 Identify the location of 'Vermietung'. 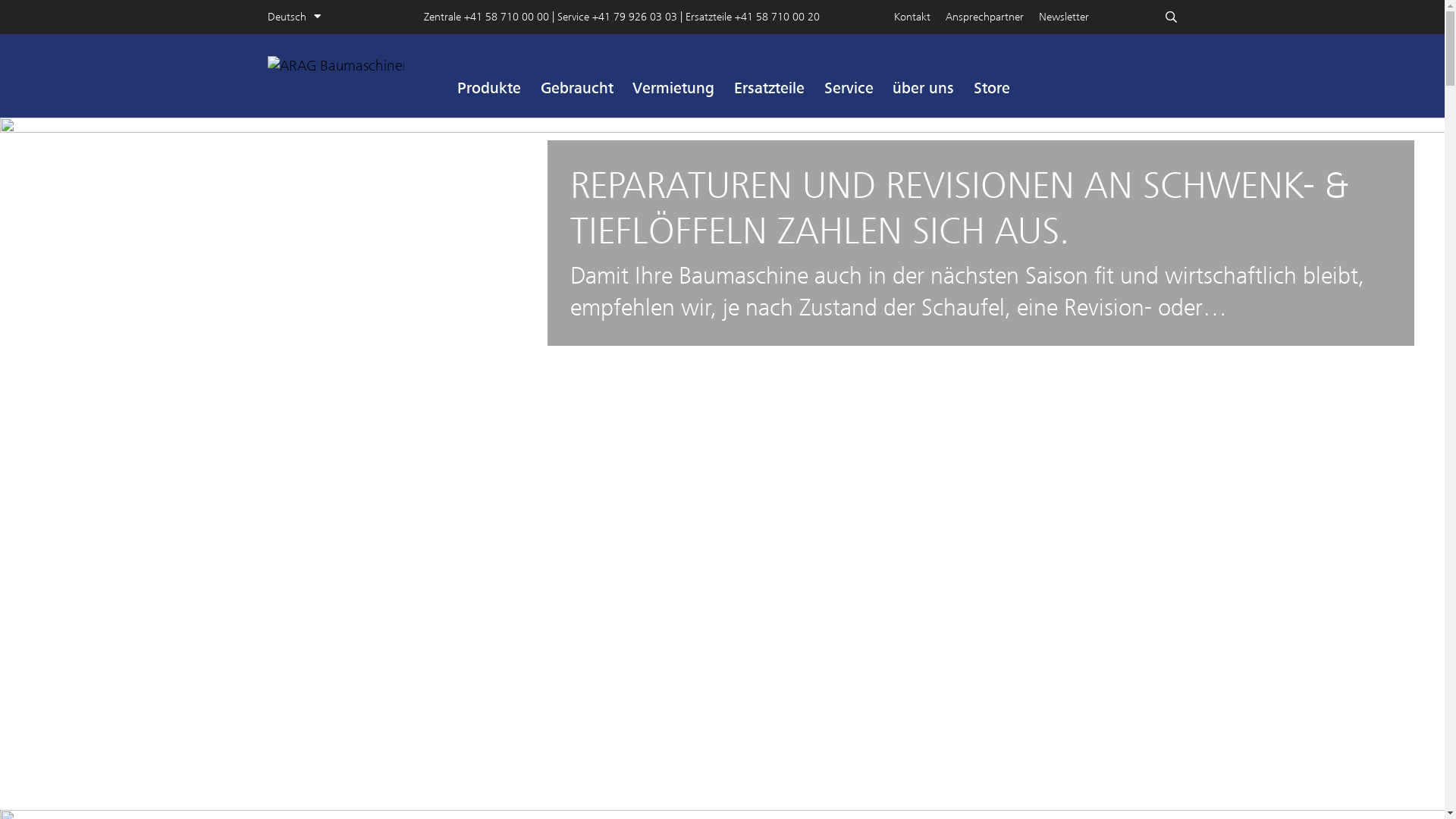
(623, 88).